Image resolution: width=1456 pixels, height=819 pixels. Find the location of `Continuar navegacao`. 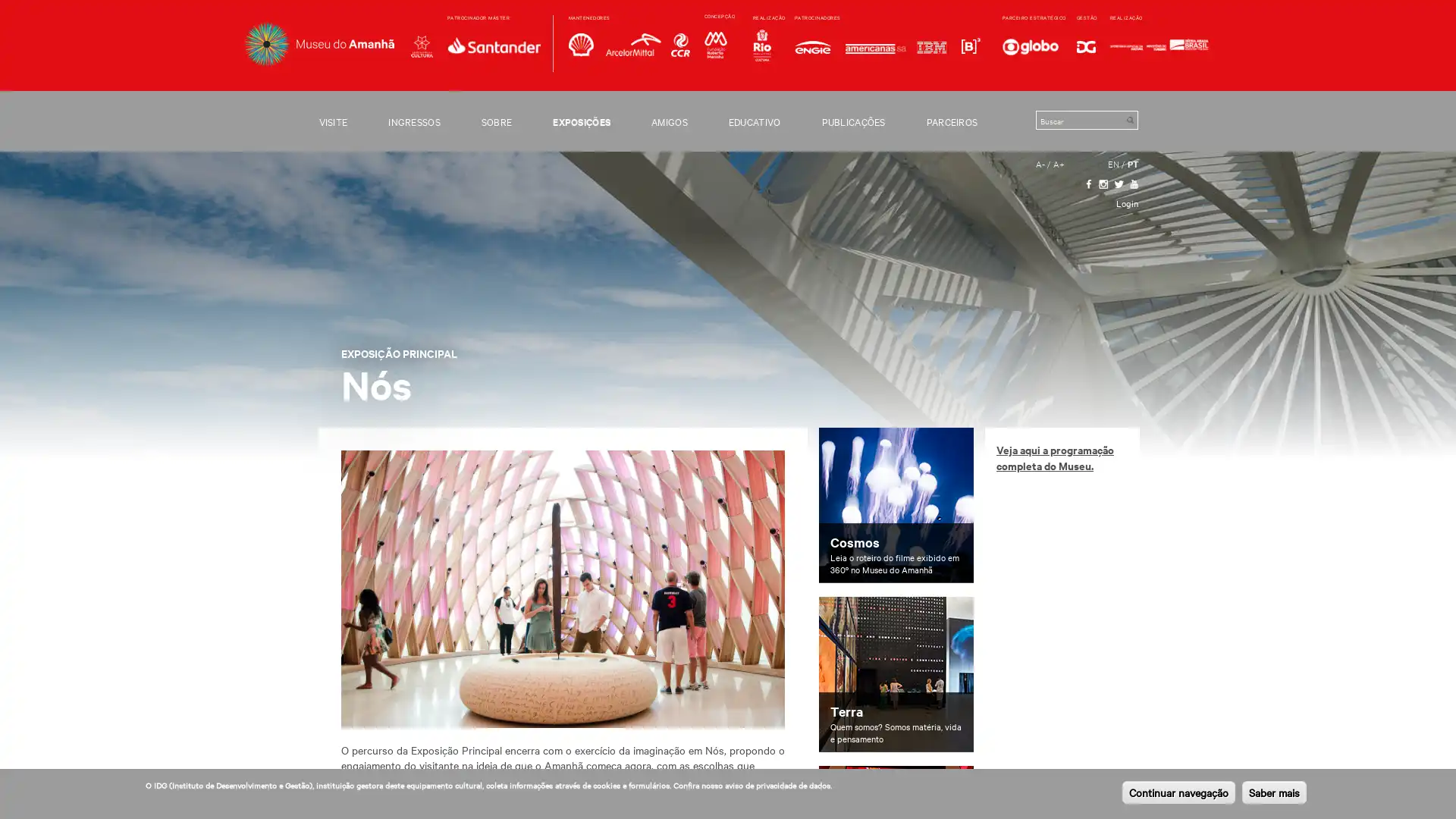

Continuar navegacao is located at coordinates (1178, 792).